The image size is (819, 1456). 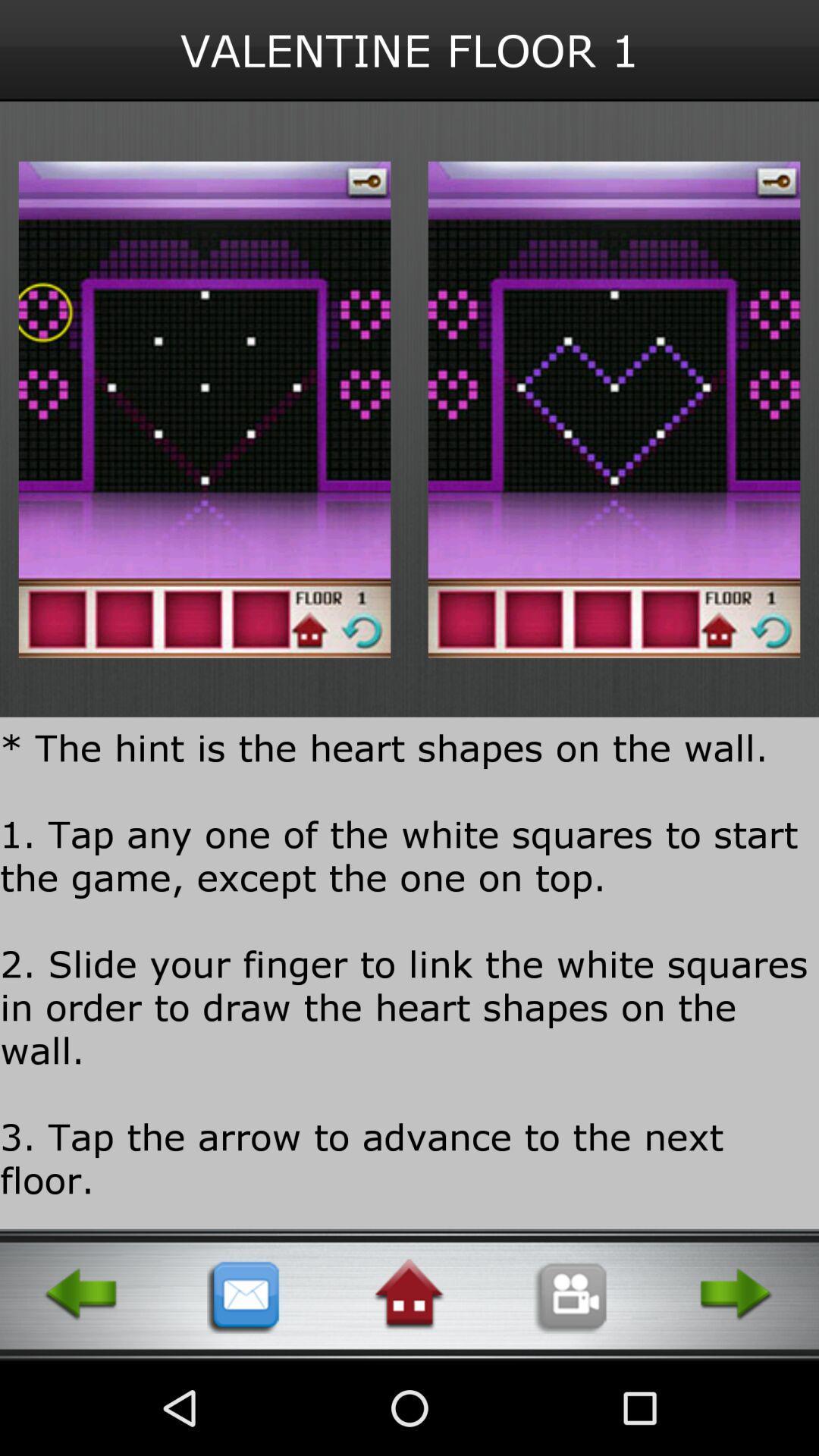 I want to click on the home icon, so click(x=408, y=1385).